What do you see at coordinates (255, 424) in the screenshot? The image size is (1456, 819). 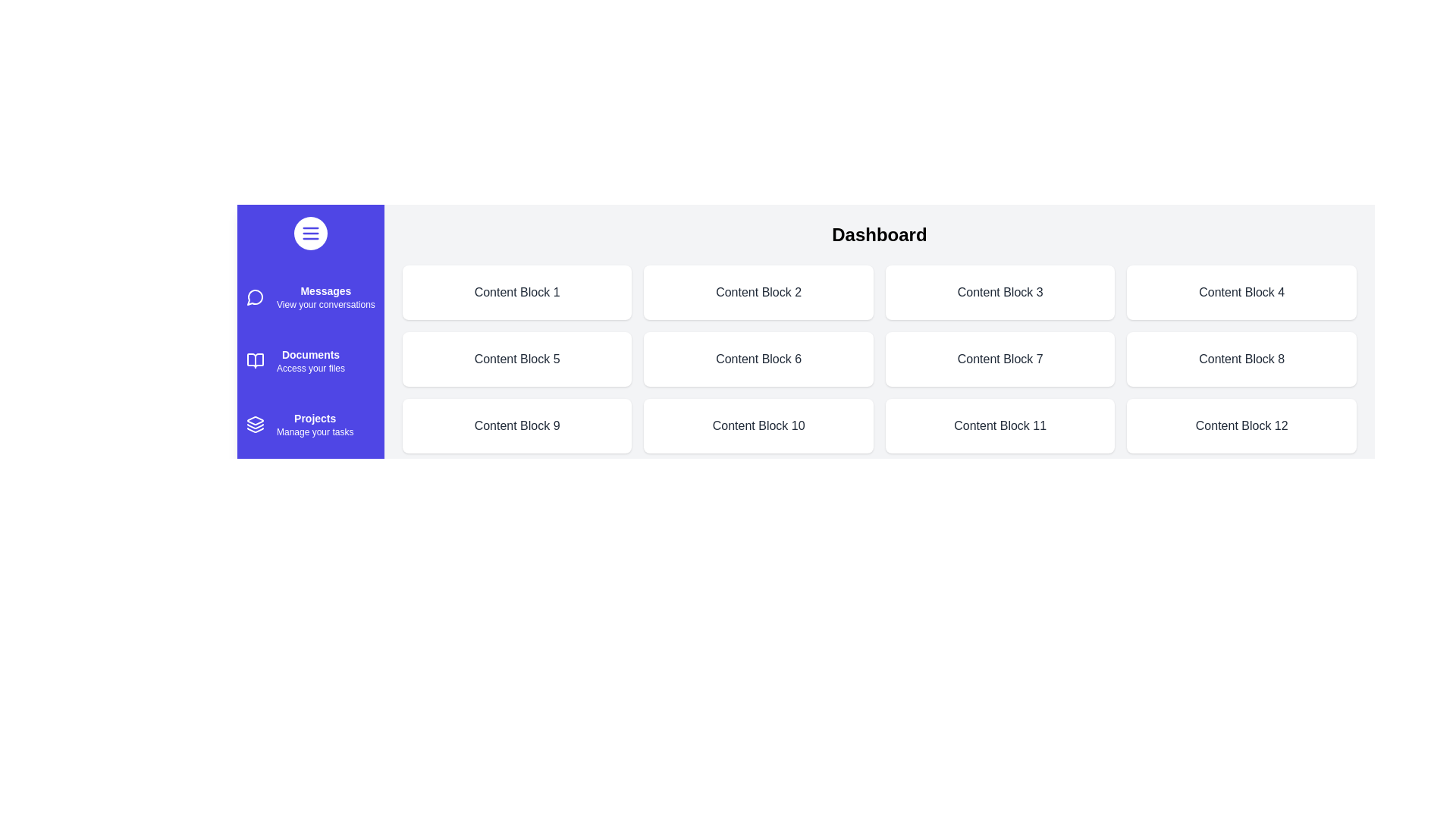 I see `the menu item Projects to reveal its additional information` at bounding box center [255, 424].